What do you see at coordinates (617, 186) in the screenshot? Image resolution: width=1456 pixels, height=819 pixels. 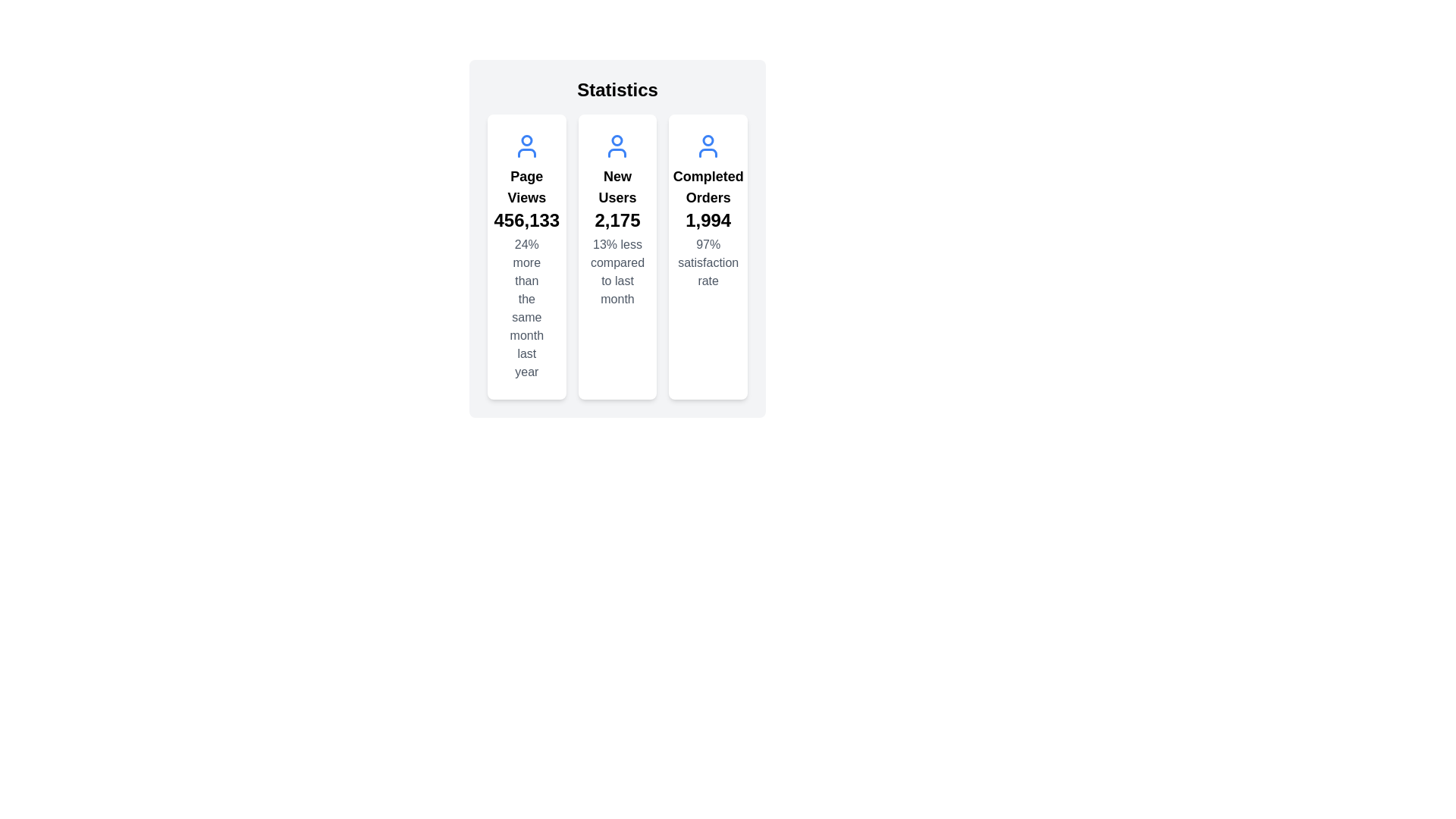 I see `text label that contains the phrase 'New Users', which is prominently displayed in bold and larger font in black color, located in the central card of a three-column layout` at bounding box center [617, 186].